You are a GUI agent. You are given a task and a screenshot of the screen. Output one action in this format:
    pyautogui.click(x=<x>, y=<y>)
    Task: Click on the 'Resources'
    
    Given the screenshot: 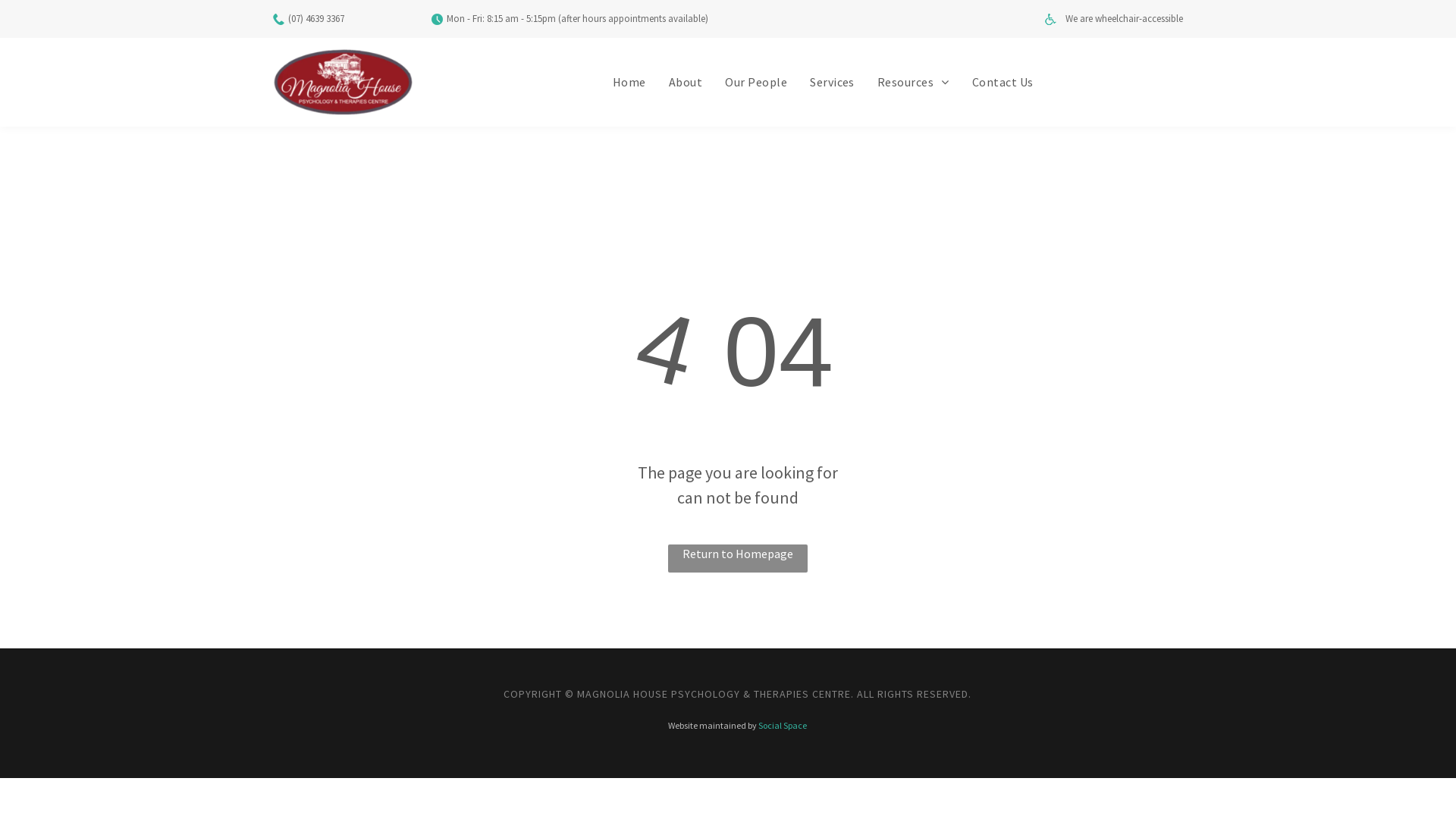 What is the action you would take?
    pyautogui.click(x=866, y=82)
    